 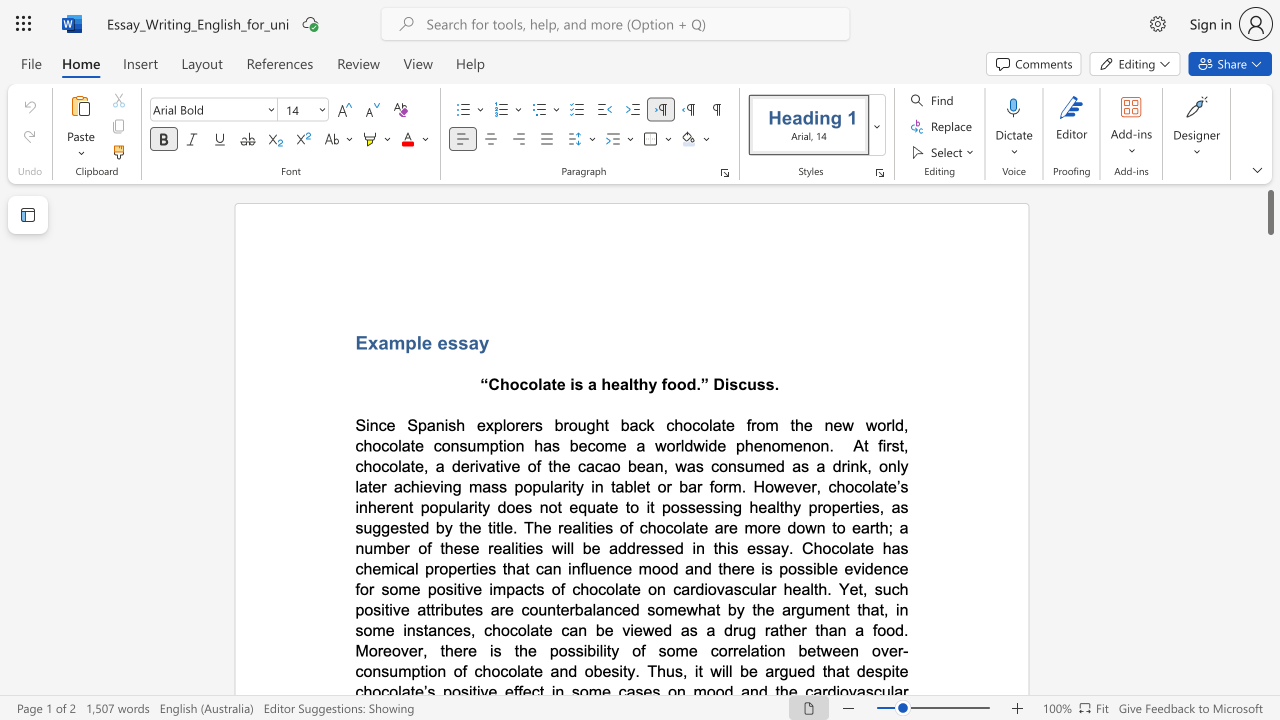 What do you see at coordinates (1269, 550) in the screenshot?
I see `the scrollbar to slide the page down` at bounding box center [1269, 550].